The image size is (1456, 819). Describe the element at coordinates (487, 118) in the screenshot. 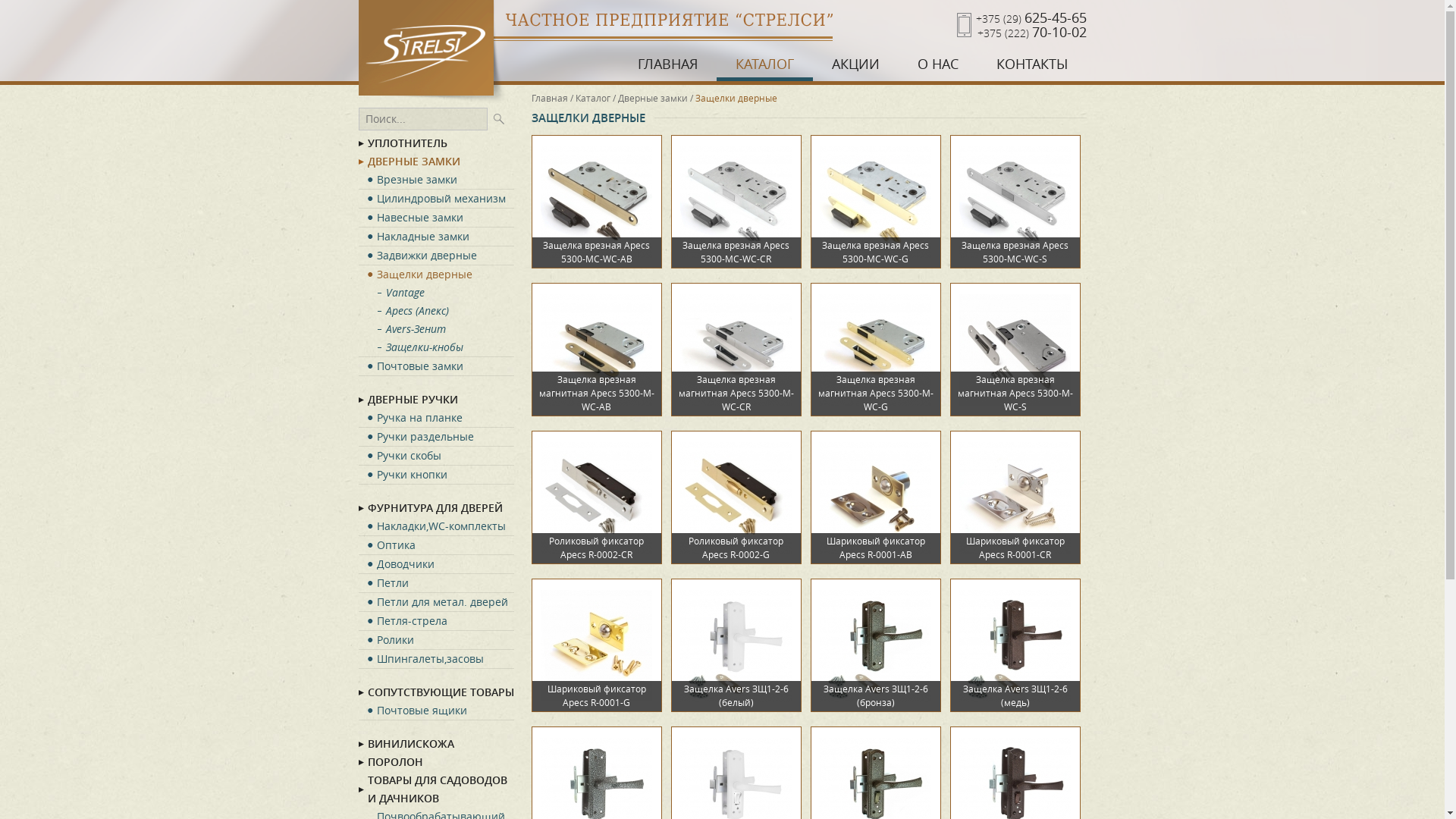

I see `'Ok'` at that location.